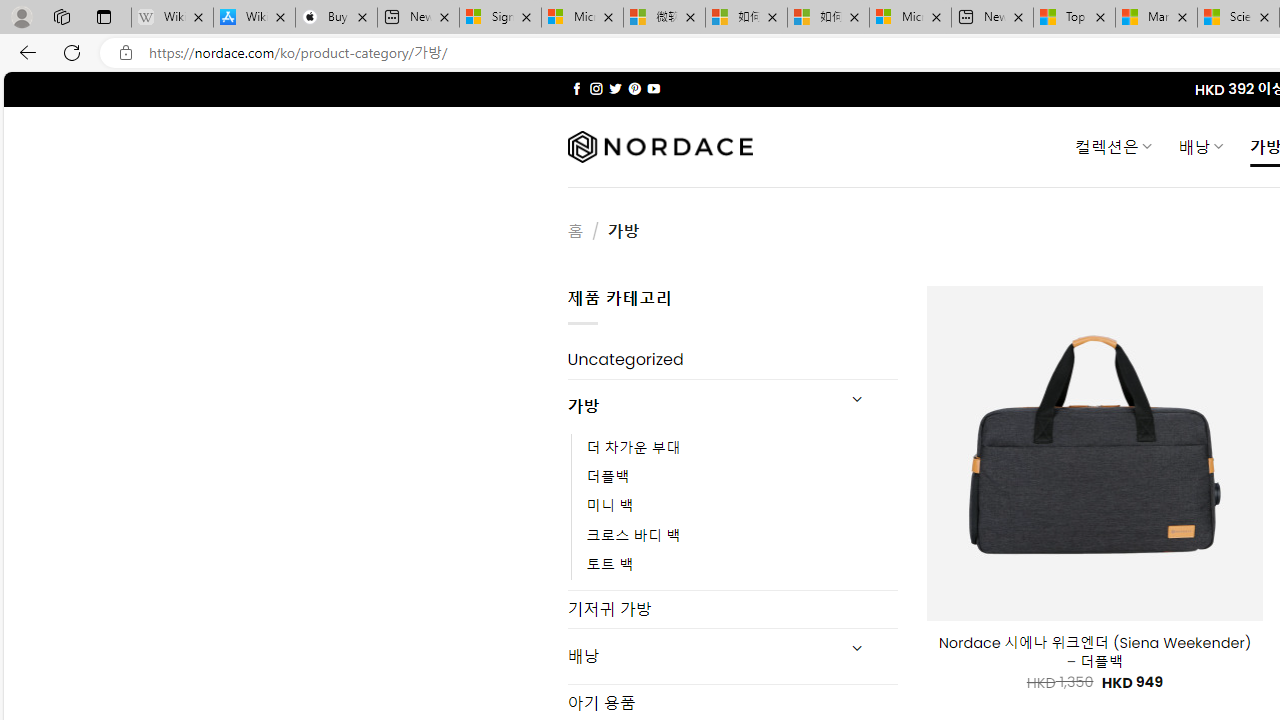 This screenshot has width=1280, height=720. I want to click on 'Microsoft account | Account Checkup', so click(909, 17).